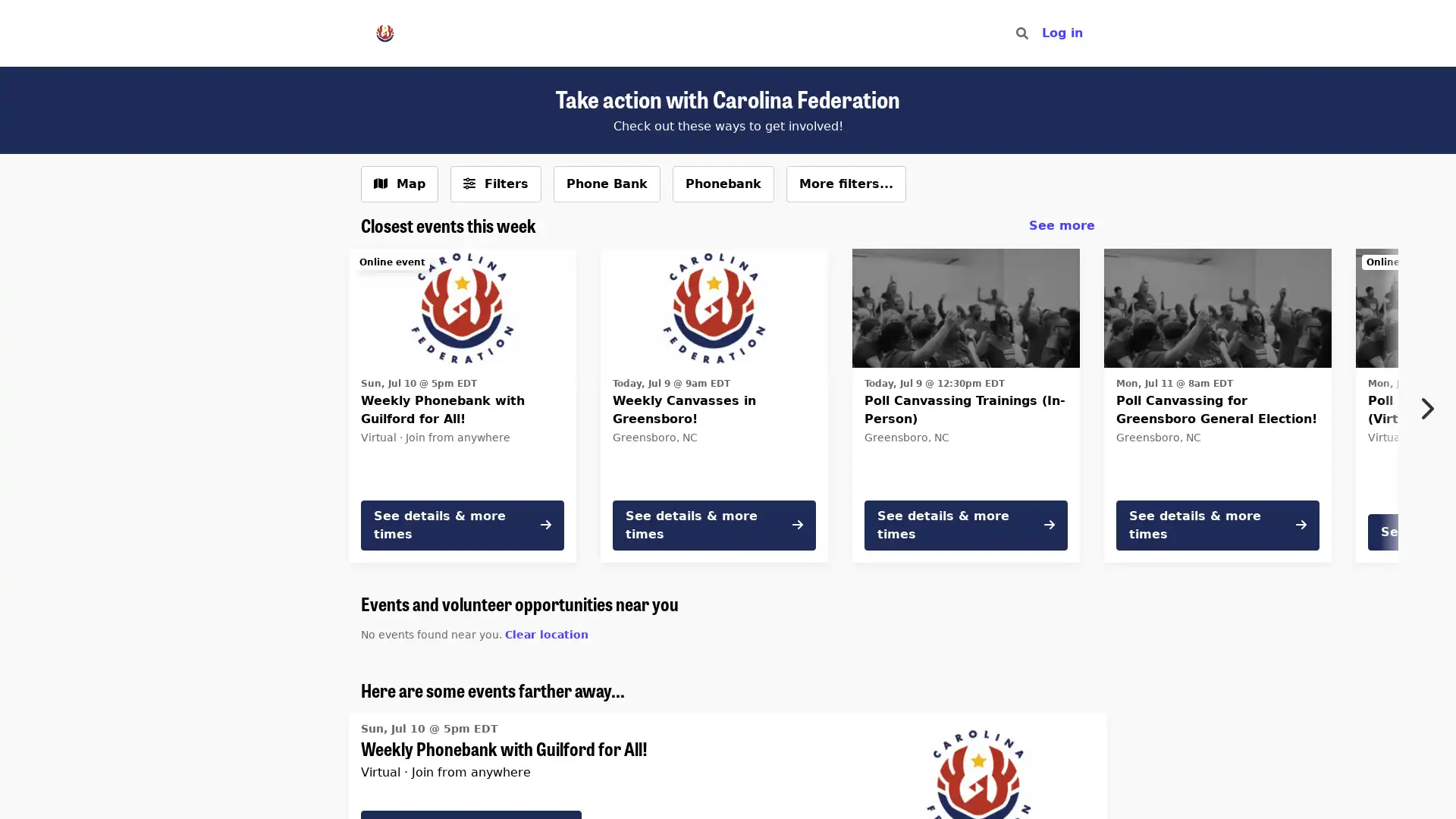 The width and height of the screenshot is (1456, 819). Describe the element at coordinates (400, 184) in the screenshot. I see `Show map view` at that location.